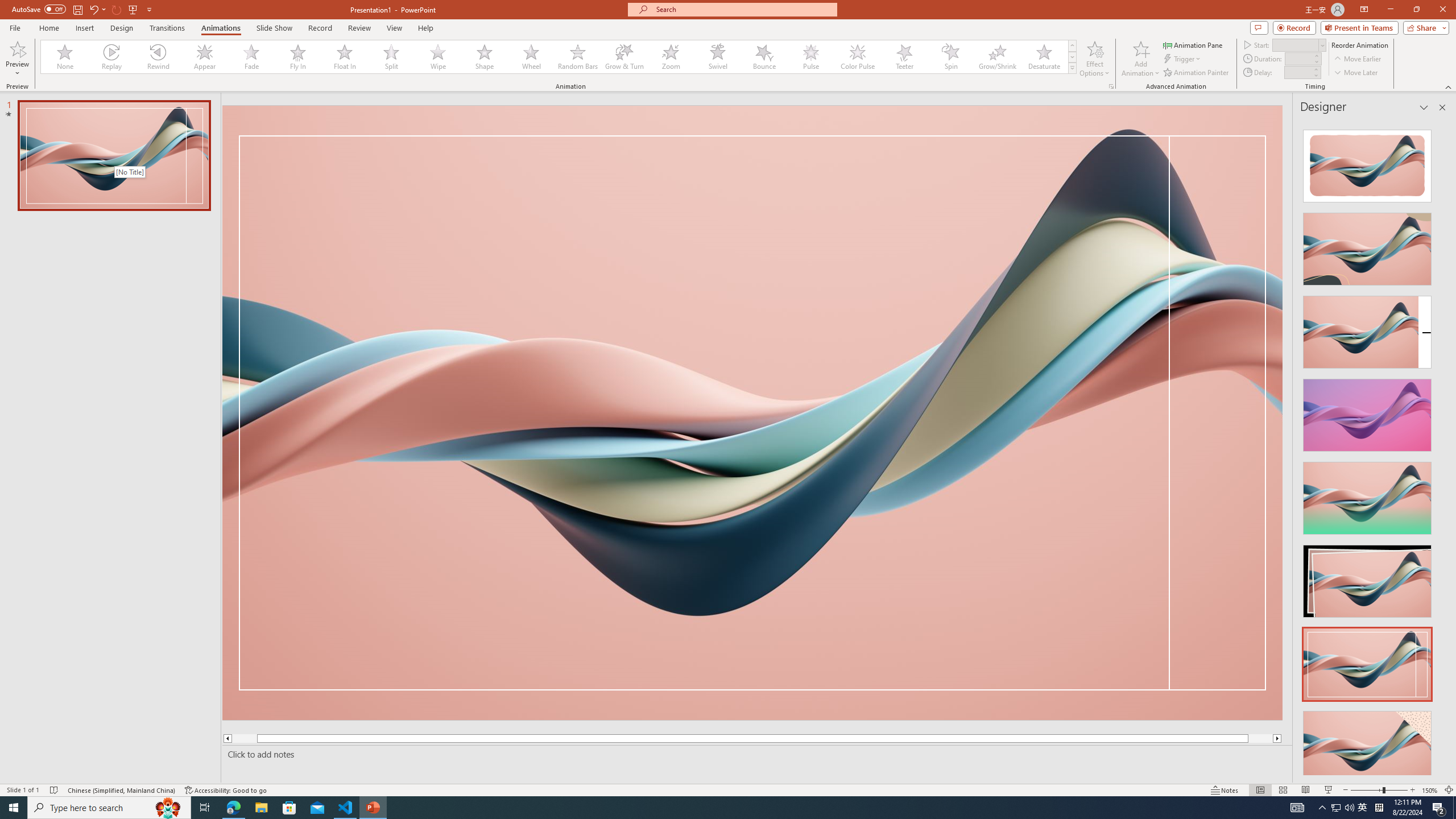  What do you see at coordinates (577, 56) in the screenshot?
I see `'Random Bars'` at bounding box center [577, 56].